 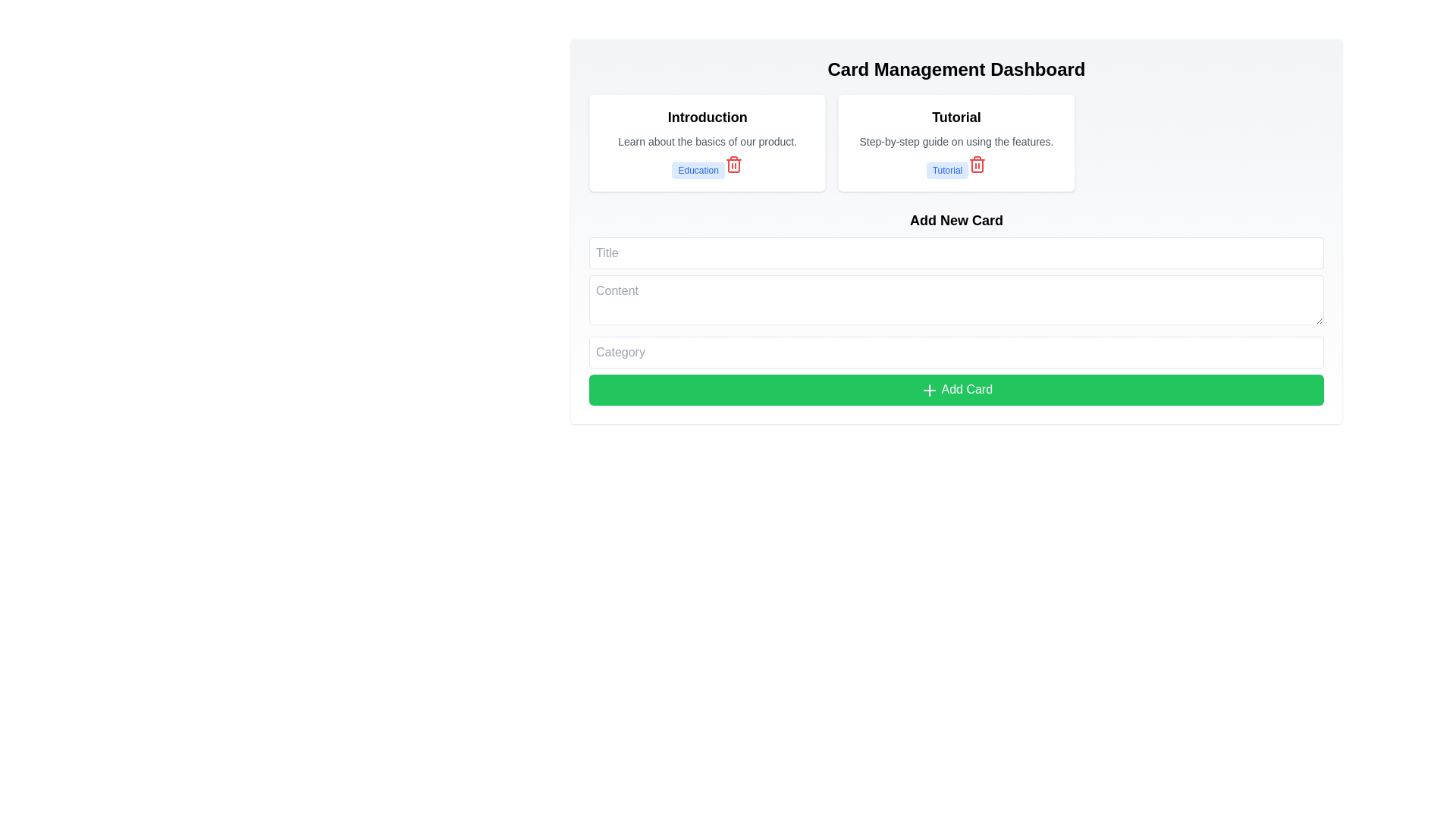 I want to click on the 'Tutorial' informational card, which is the second card in the grid layout, so click(x=955, y=143).